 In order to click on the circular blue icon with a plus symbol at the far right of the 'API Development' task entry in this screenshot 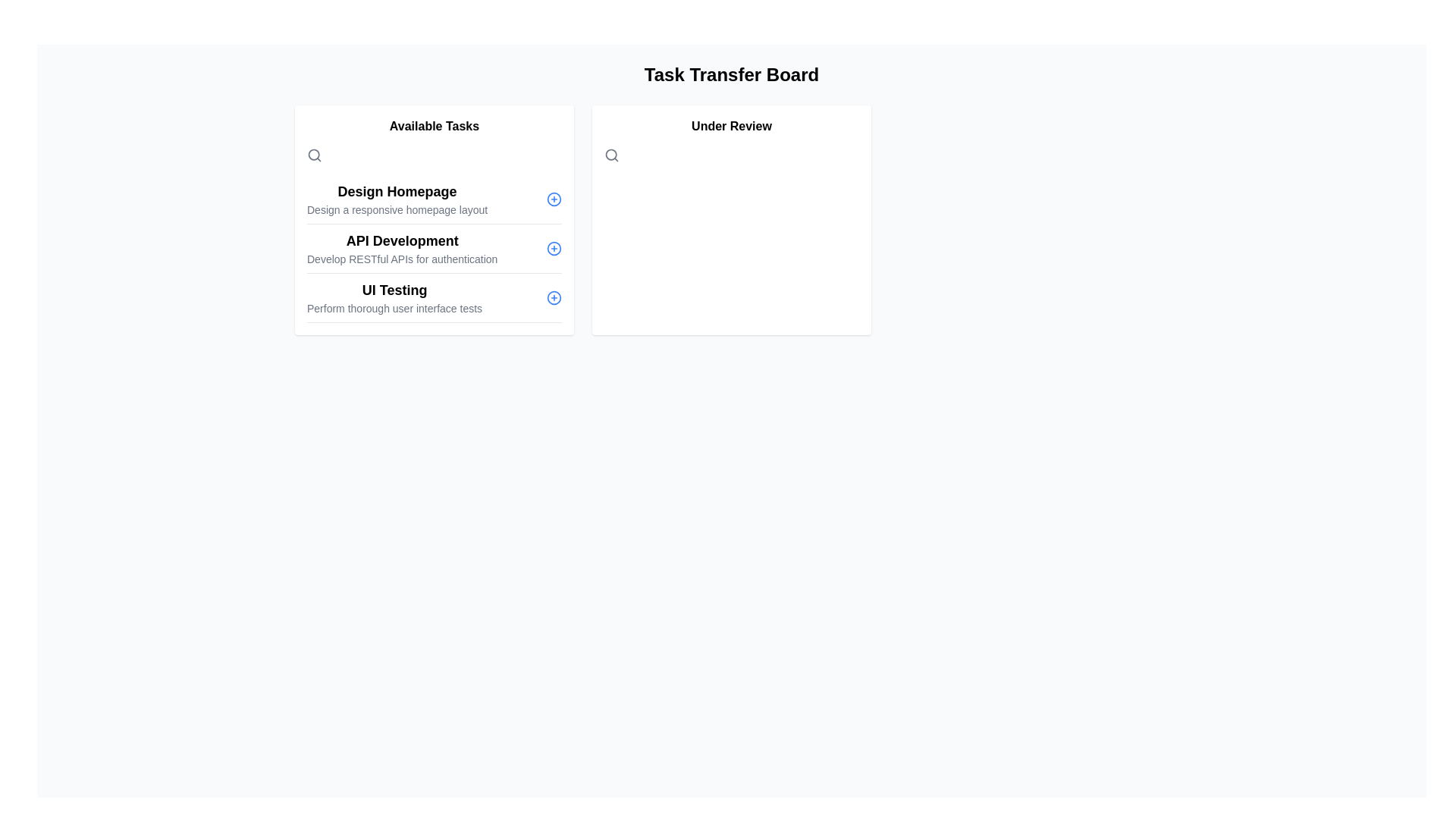, I will do `click(553, 247)`.